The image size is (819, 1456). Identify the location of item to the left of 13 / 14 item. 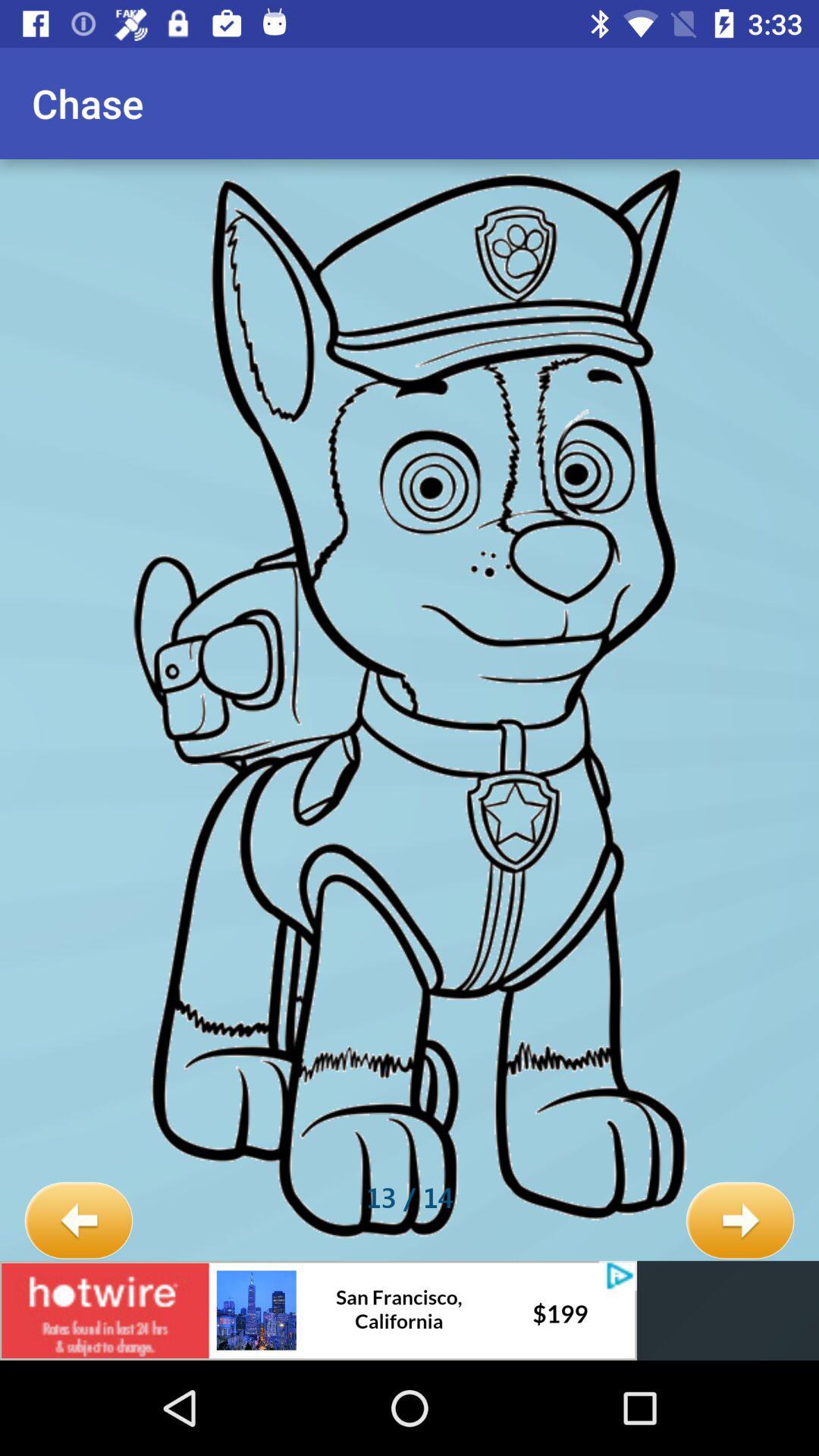
(78, 1221).